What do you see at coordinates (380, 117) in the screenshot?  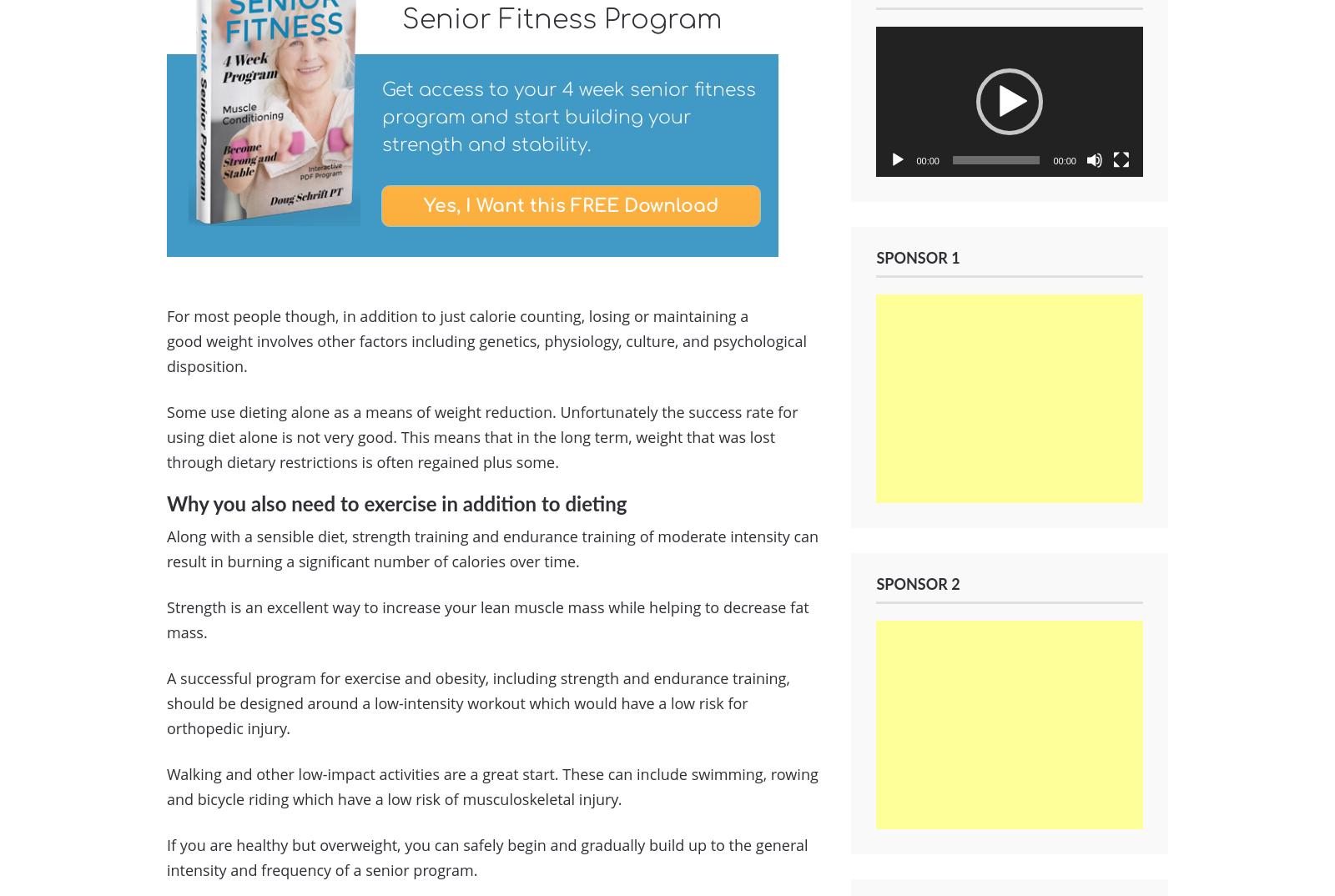 I see `'Get access to your 4 week senior fitness program and start building your strength and stability.'` at bounding box center [380, 117].